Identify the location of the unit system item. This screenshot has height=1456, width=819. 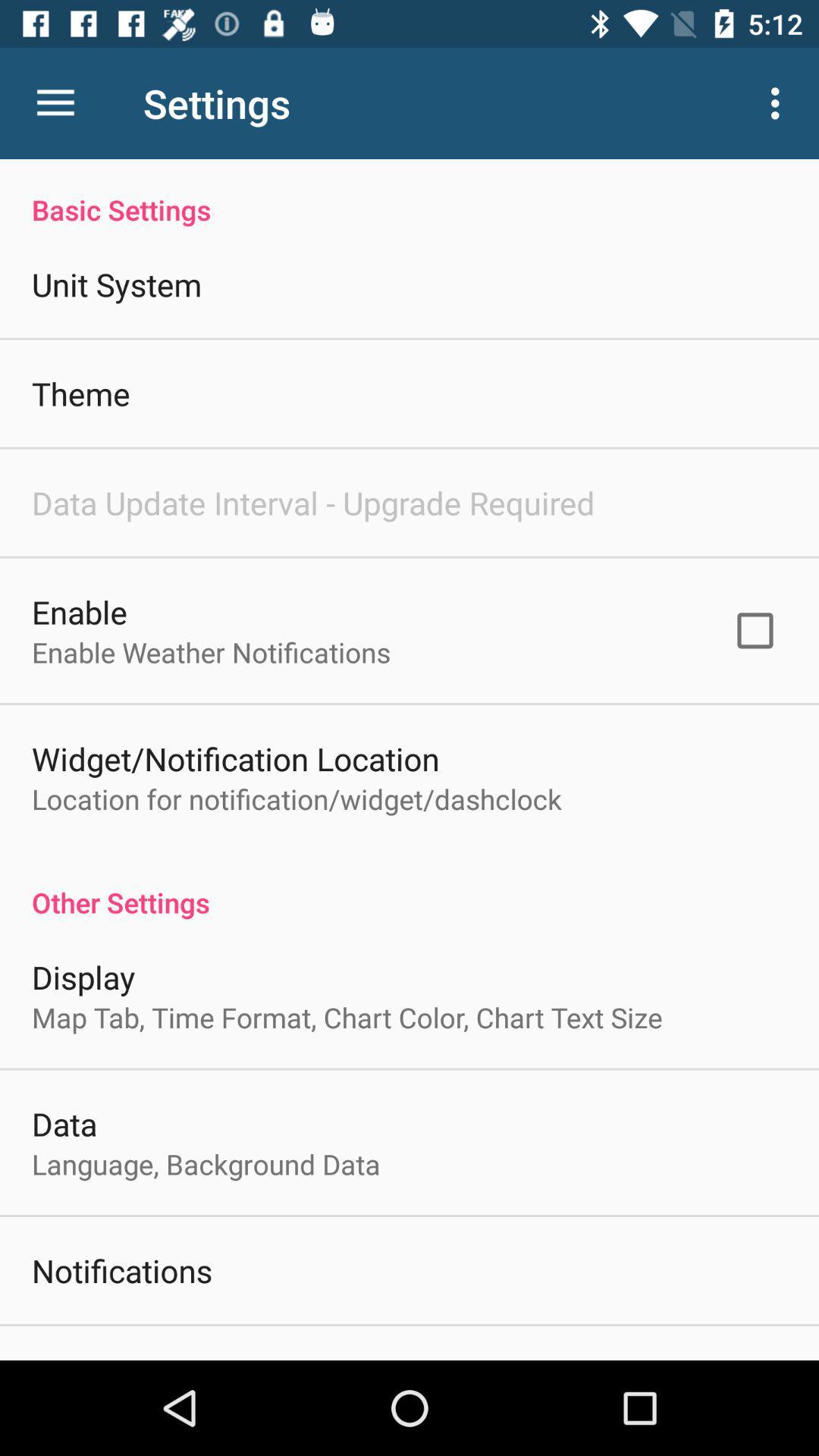
(116, 284).